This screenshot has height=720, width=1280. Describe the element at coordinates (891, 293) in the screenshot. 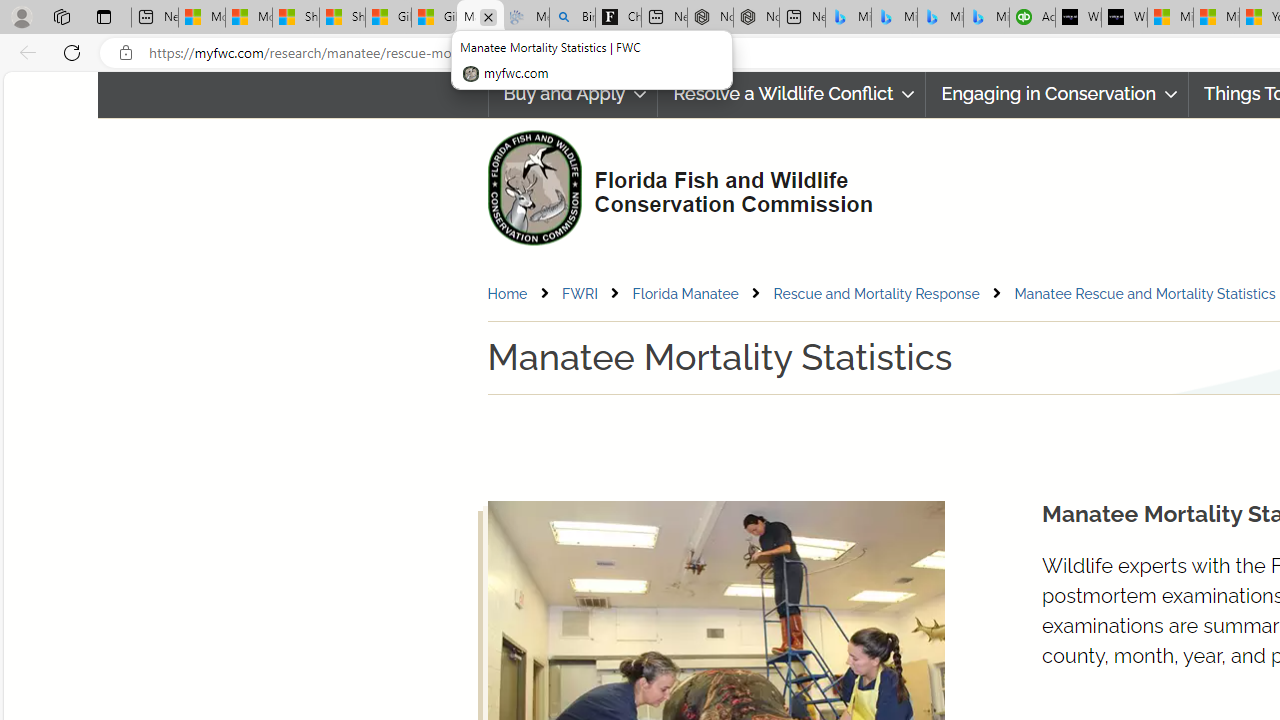

I see `'Rescue and Mortality Response'` at that location.